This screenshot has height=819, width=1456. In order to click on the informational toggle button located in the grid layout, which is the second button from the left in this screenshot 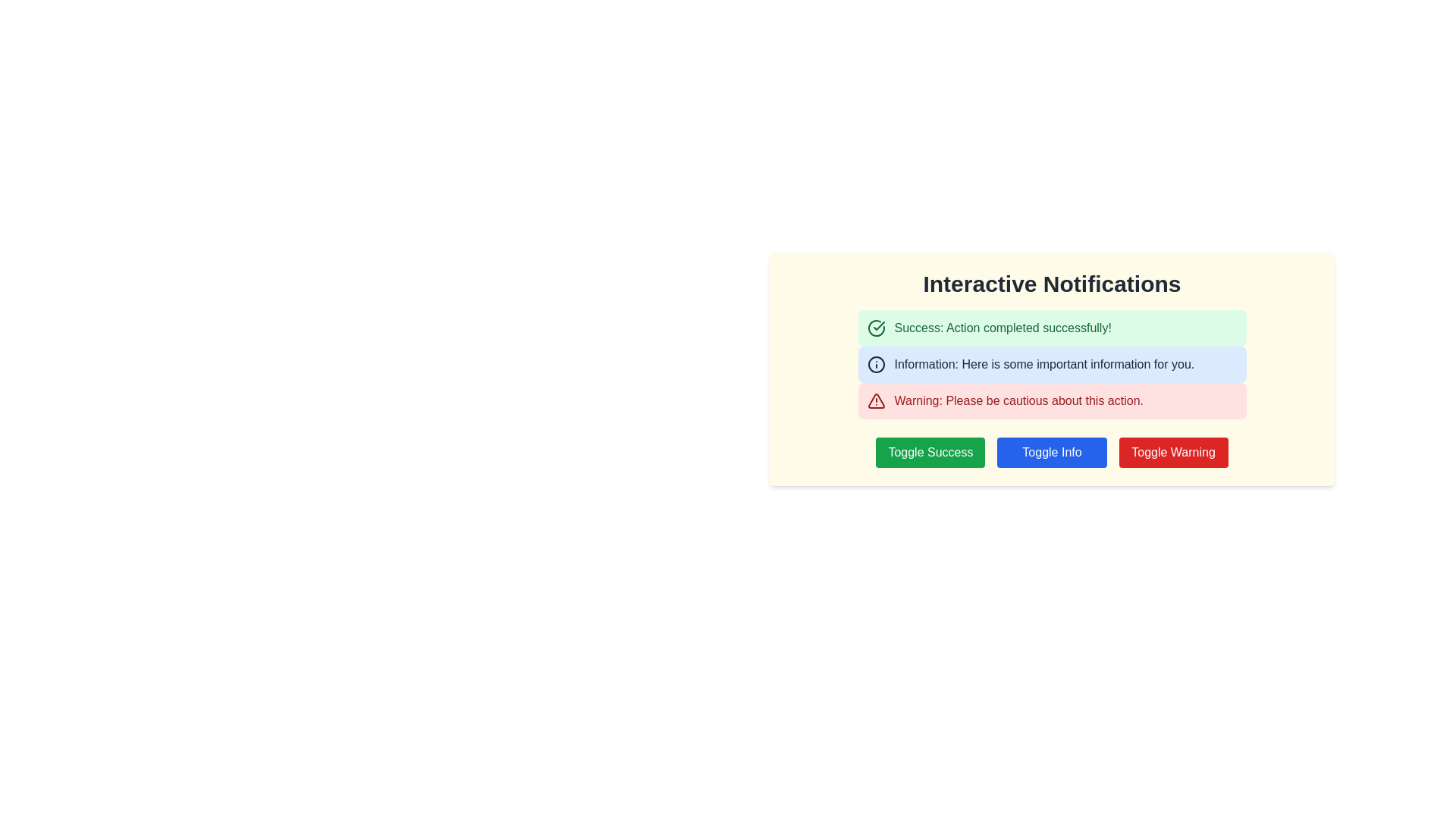, I will do `click(1051, 452)`.